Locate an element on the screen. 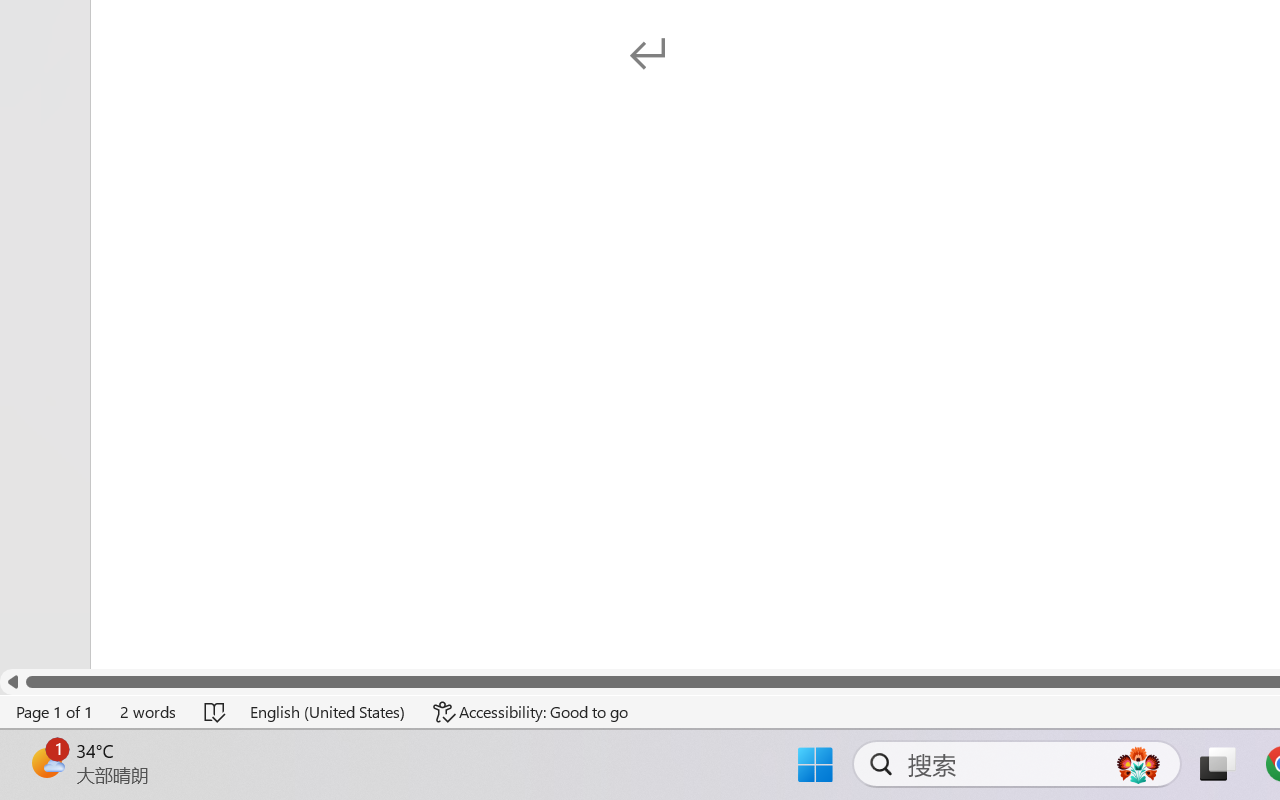  'Word Count 2 words' is located at coordinates (148, 711).